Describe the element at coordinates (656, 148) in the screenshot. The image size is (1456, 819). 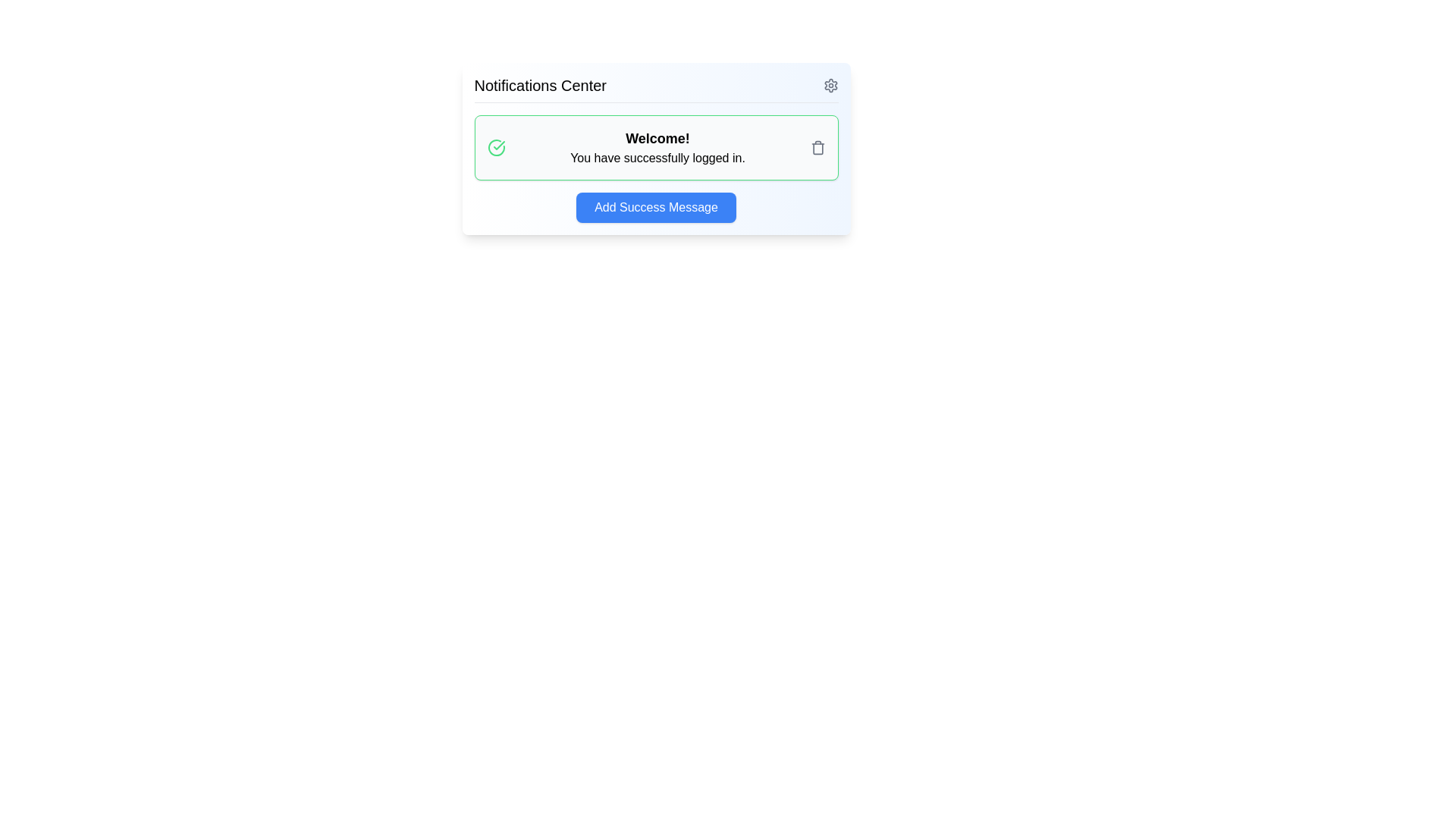
I see `message displayed in the message notification titled 'Welcome!' that includes the text 'You have successfully logged in.'` at that location.